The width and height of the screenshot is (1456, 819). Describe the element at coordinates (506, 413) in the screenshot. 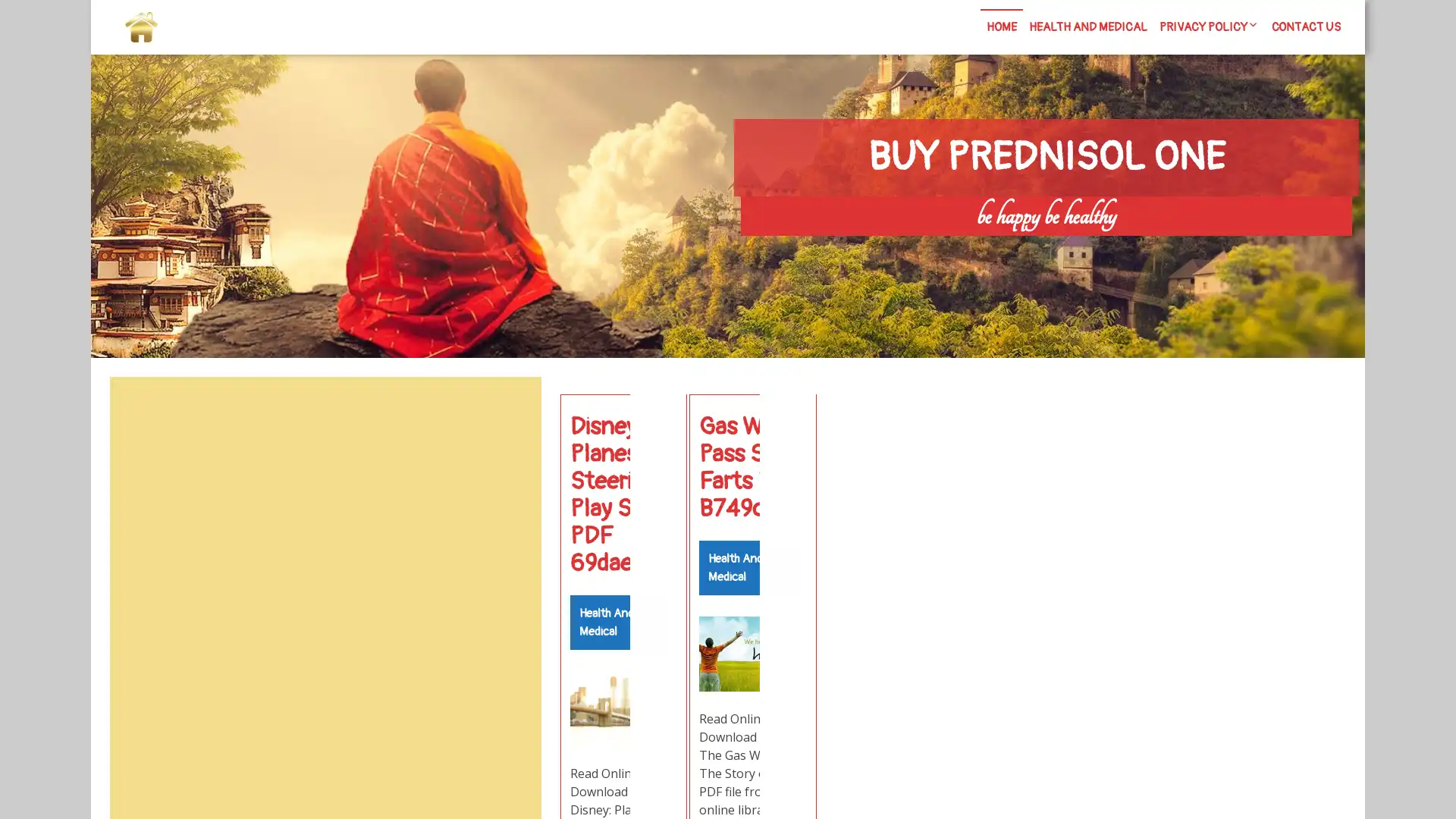

I see `Search` at that location.